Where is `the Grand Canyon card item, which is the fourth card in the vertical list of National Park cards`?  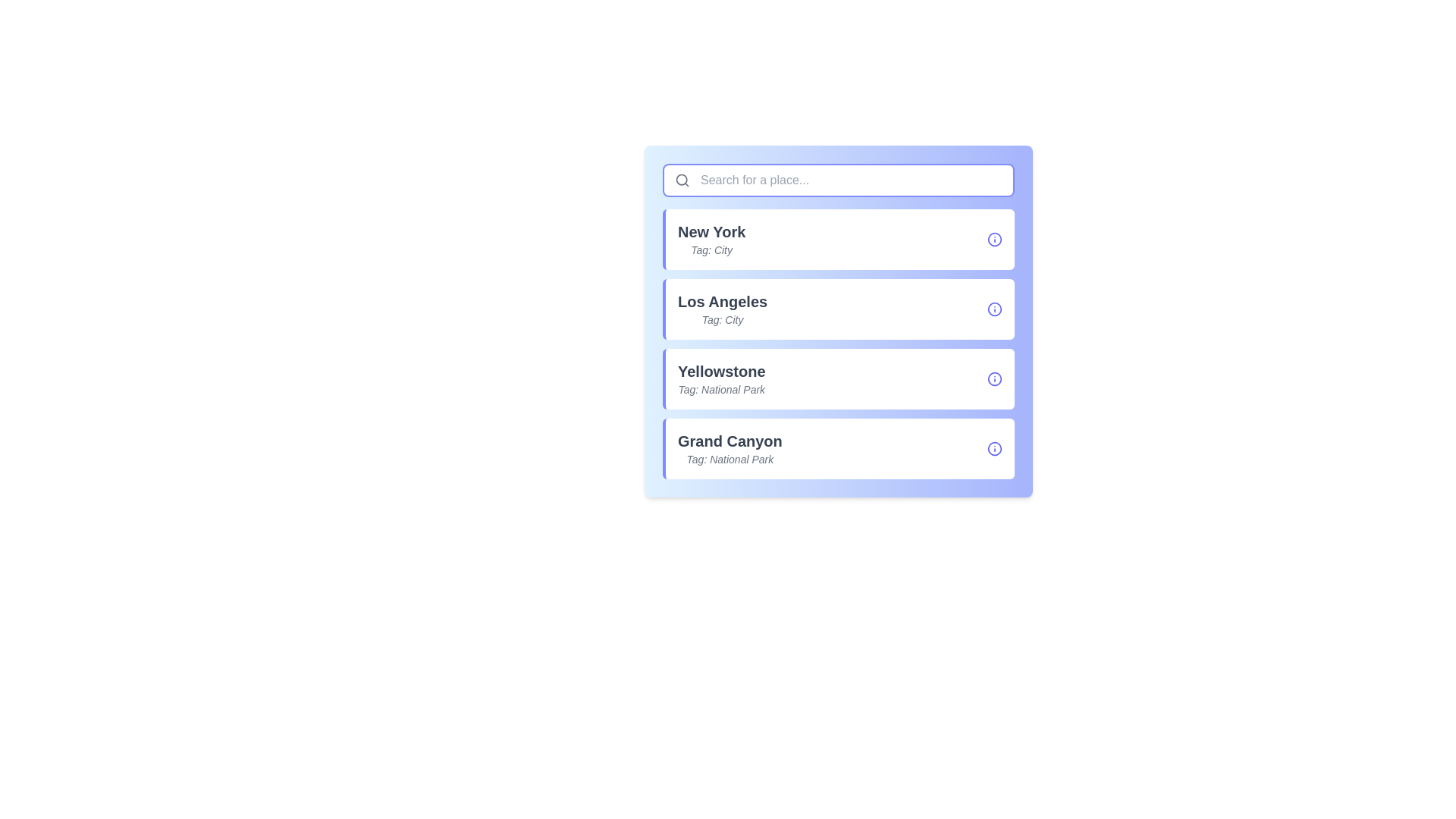
the Grand Canyon card item, which is the fourth card in the vertical list of National Park cards is located at coordinates (837, 447).